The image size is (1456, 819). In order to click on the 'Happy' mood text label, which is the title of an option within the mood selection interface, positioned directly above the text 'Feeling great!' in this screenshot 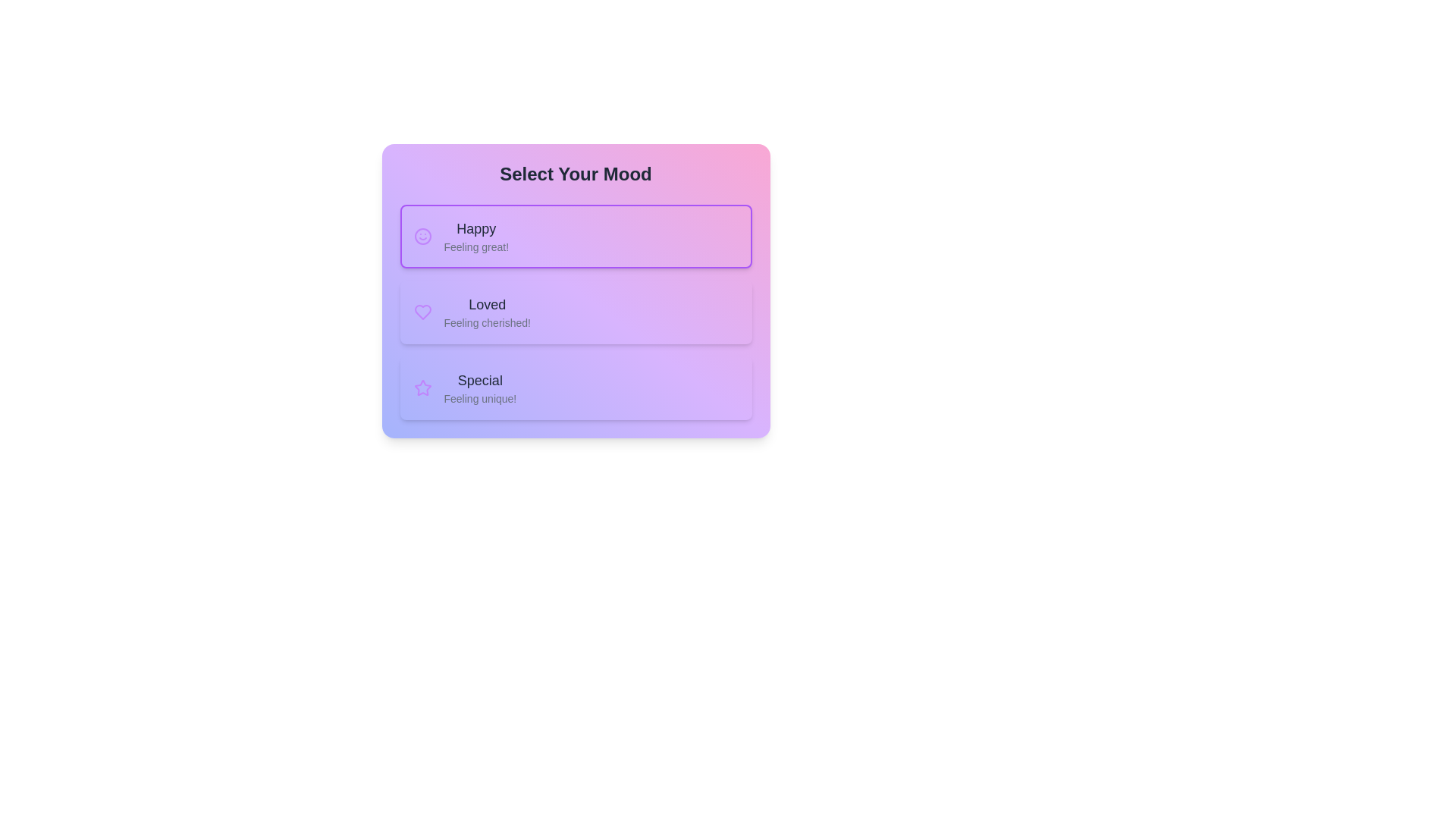, I will do `click(475, 228)`.